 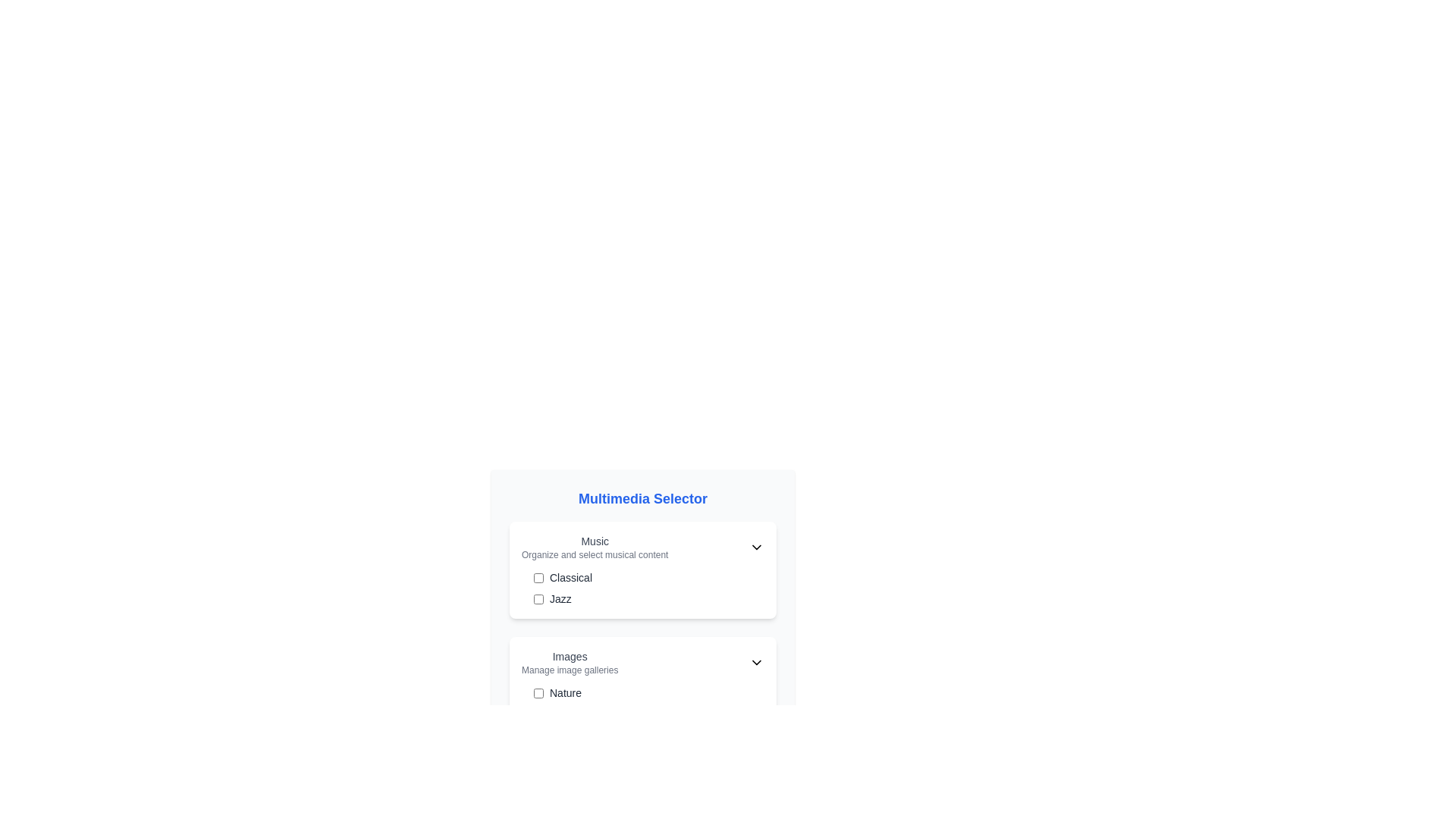 I want to click on the 'Urban' checkbox in the 'Images' category, so click(x=538, y=714).